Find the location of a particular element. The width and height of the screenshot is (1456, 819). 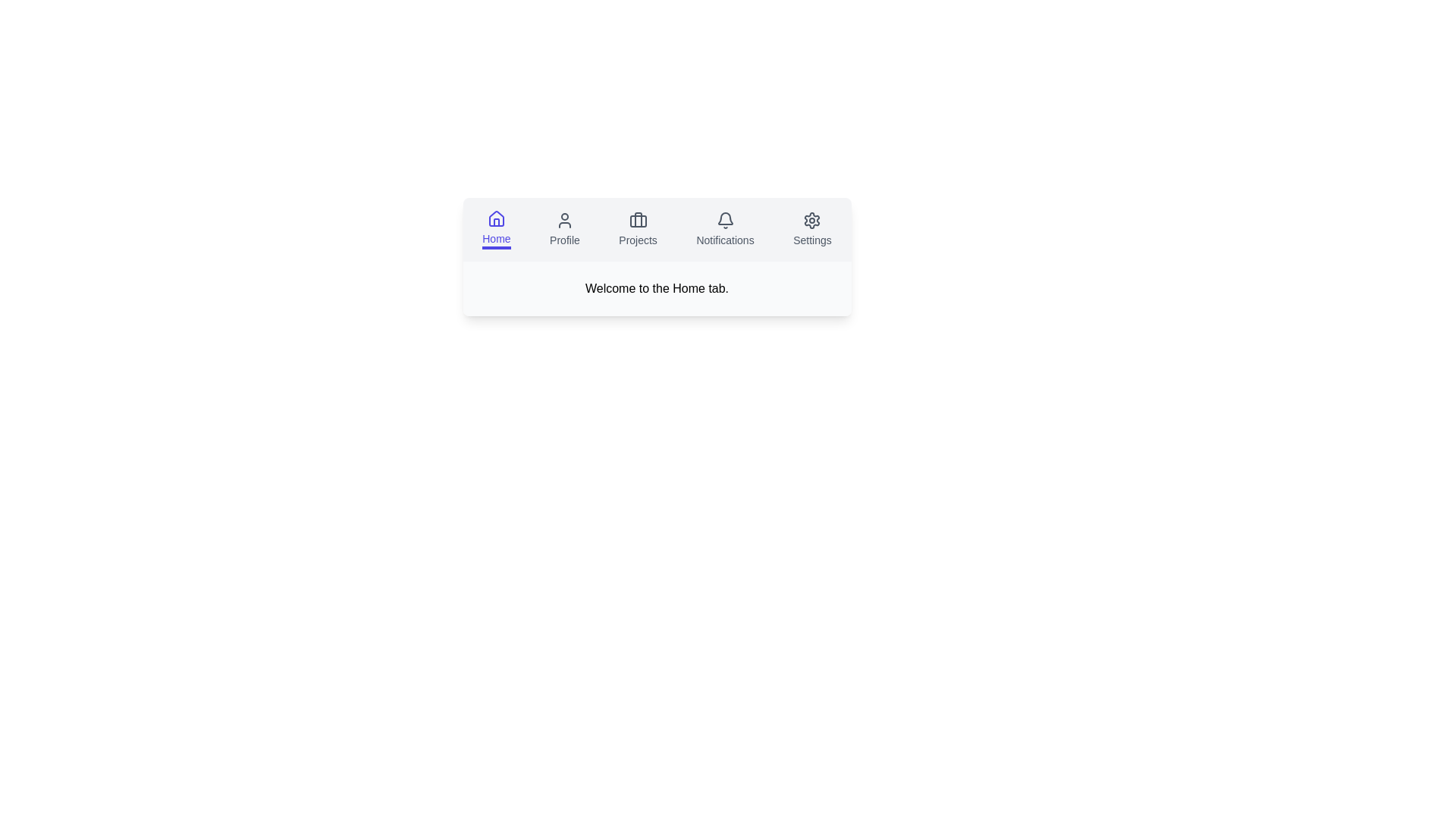

text label 'Profile' which is styled in gray and located in the second item of the horizontal navigation menu beneath the user profile icon is located at coordinates (563, 239).